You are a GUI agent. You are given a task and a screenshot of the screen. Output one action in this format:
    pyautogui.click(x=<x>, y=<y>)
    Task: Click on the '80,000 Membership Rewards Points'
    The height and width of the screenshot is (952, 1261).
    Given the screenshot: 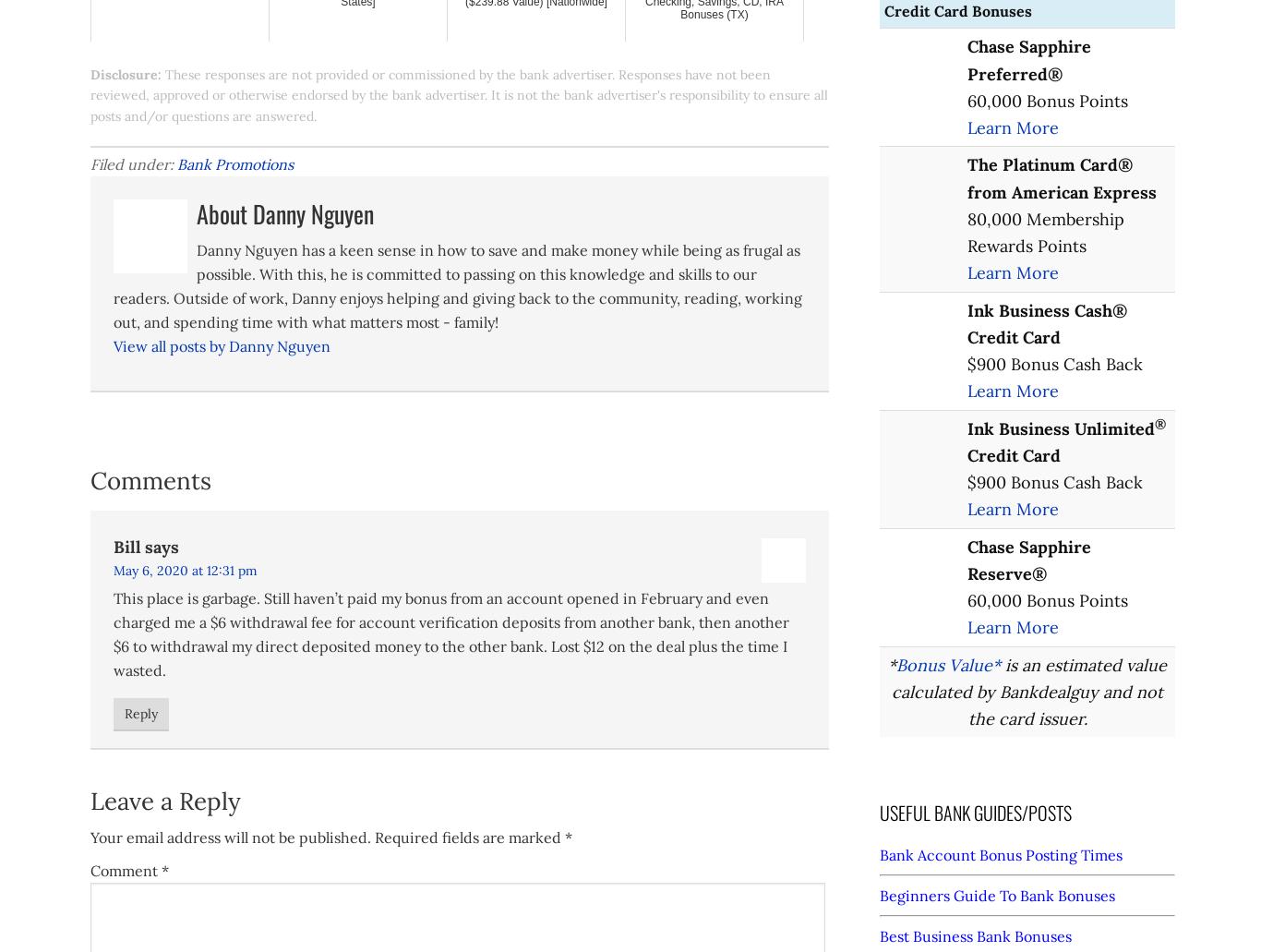 What is the action you would take?
    pyautogui.click(x=1044, y=232)
    